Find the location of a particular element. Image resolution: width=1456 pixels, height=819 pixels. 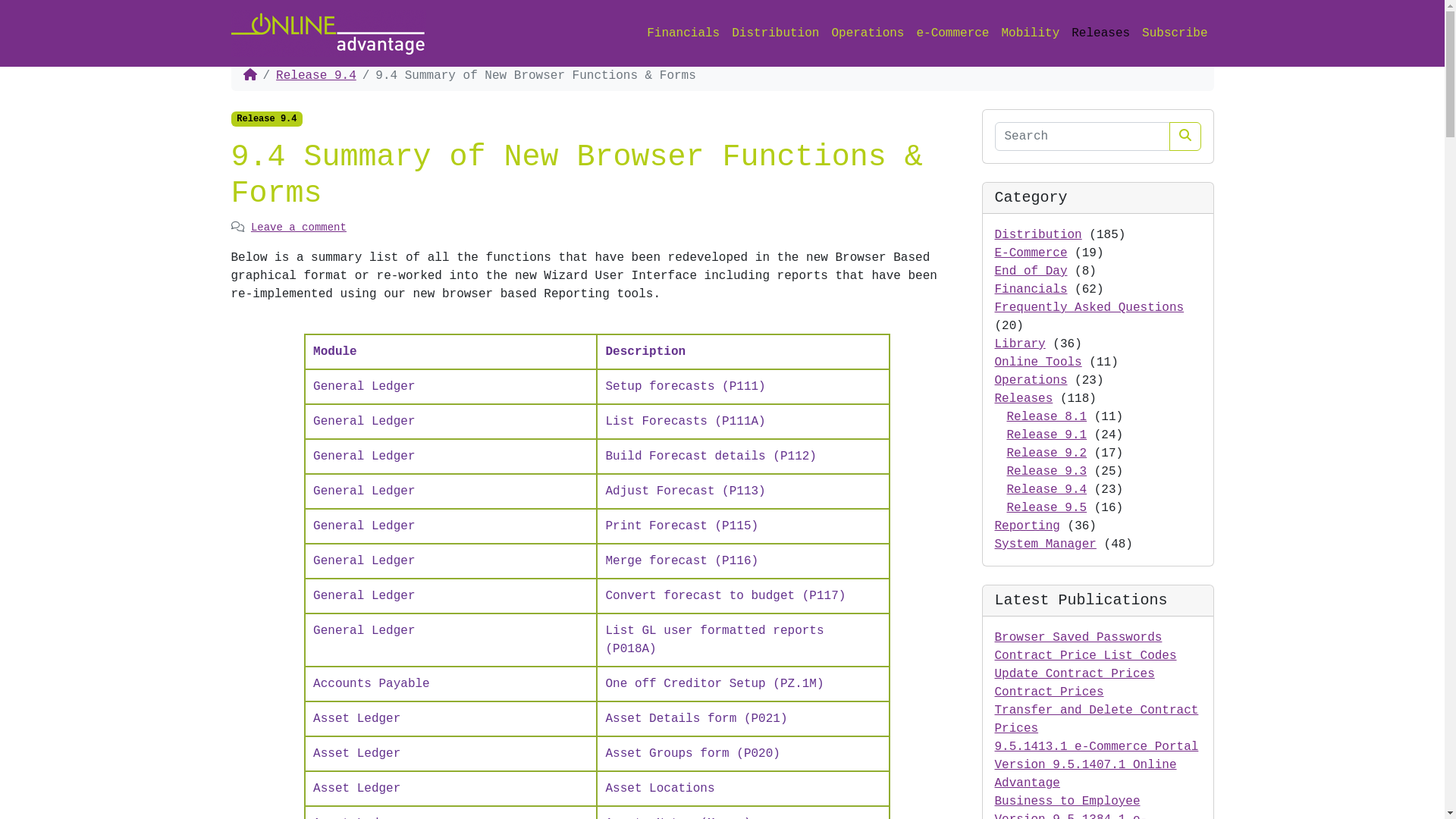

'Contract Prices' is located at coordinates (994, 692).